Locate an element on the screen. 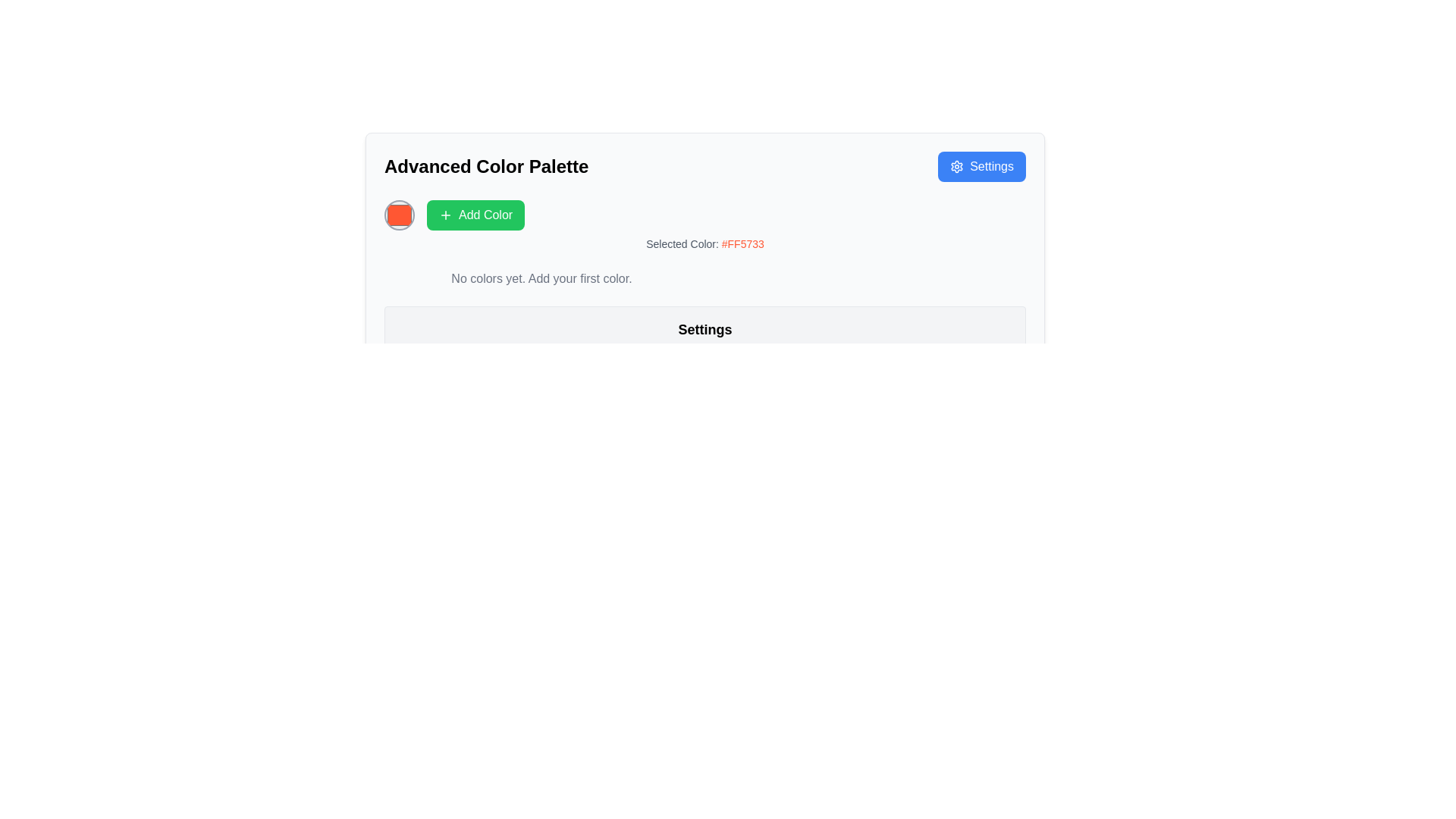 This screenshot has width=1456, height=819. the text element displaying the currently selected color's hexadecimal code, which is part of the string 'Selected Color: #FF5733.' is located at coordinates (742, 243).